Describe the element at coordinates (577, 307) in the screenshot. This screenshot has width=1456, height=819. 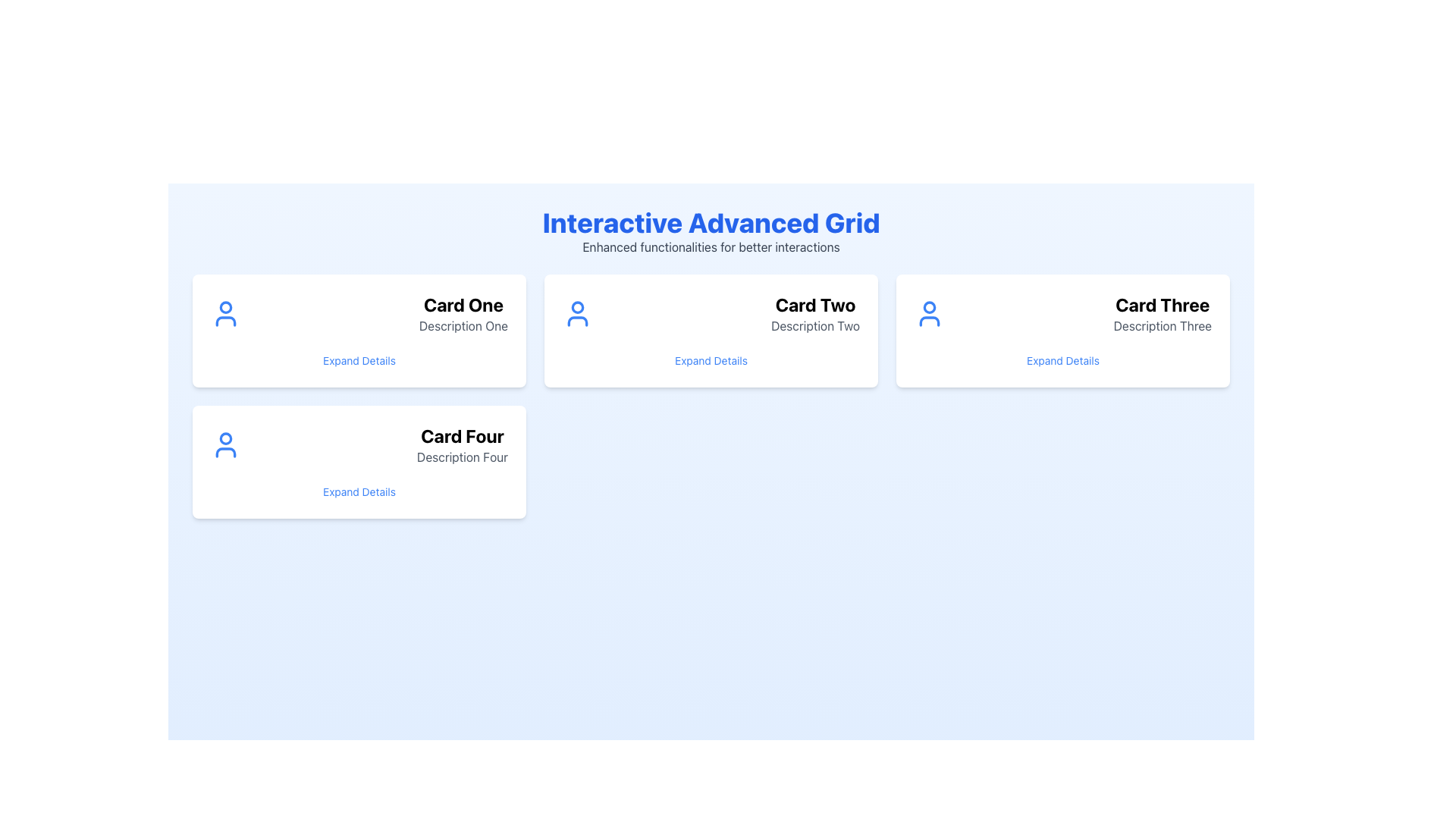
I see `the graphical representation of a user's head in the user profile icon, located above the text 'Card Two' in the second card from the left in the top row of the grid layout` at that location.